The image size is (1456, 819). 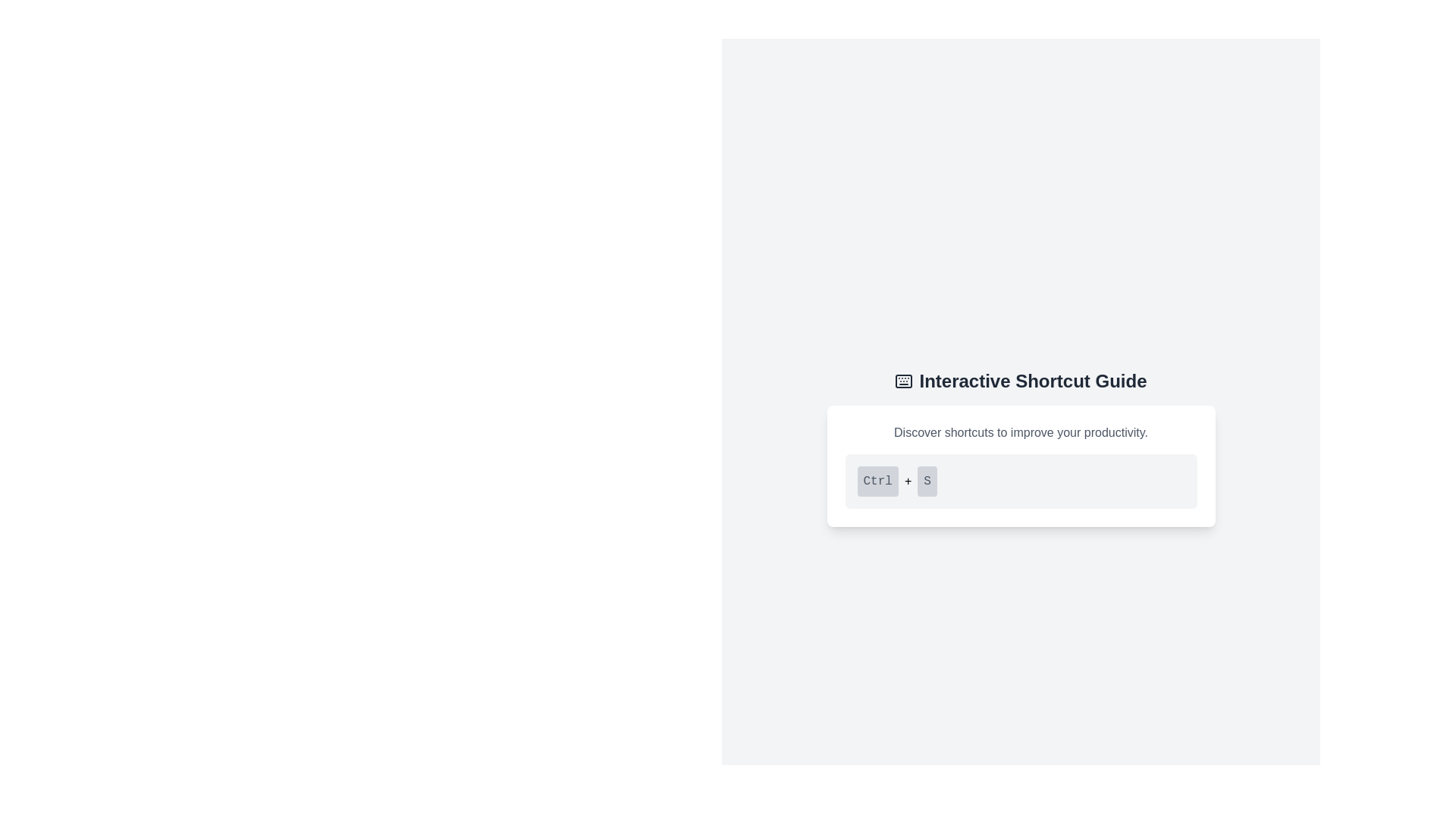 I want to click on header text 'Interactive Shortcut Guide' which is presented in bold with a keyboard icon to its left, located at the top-center of the content area, so click(x=1021, y=380).